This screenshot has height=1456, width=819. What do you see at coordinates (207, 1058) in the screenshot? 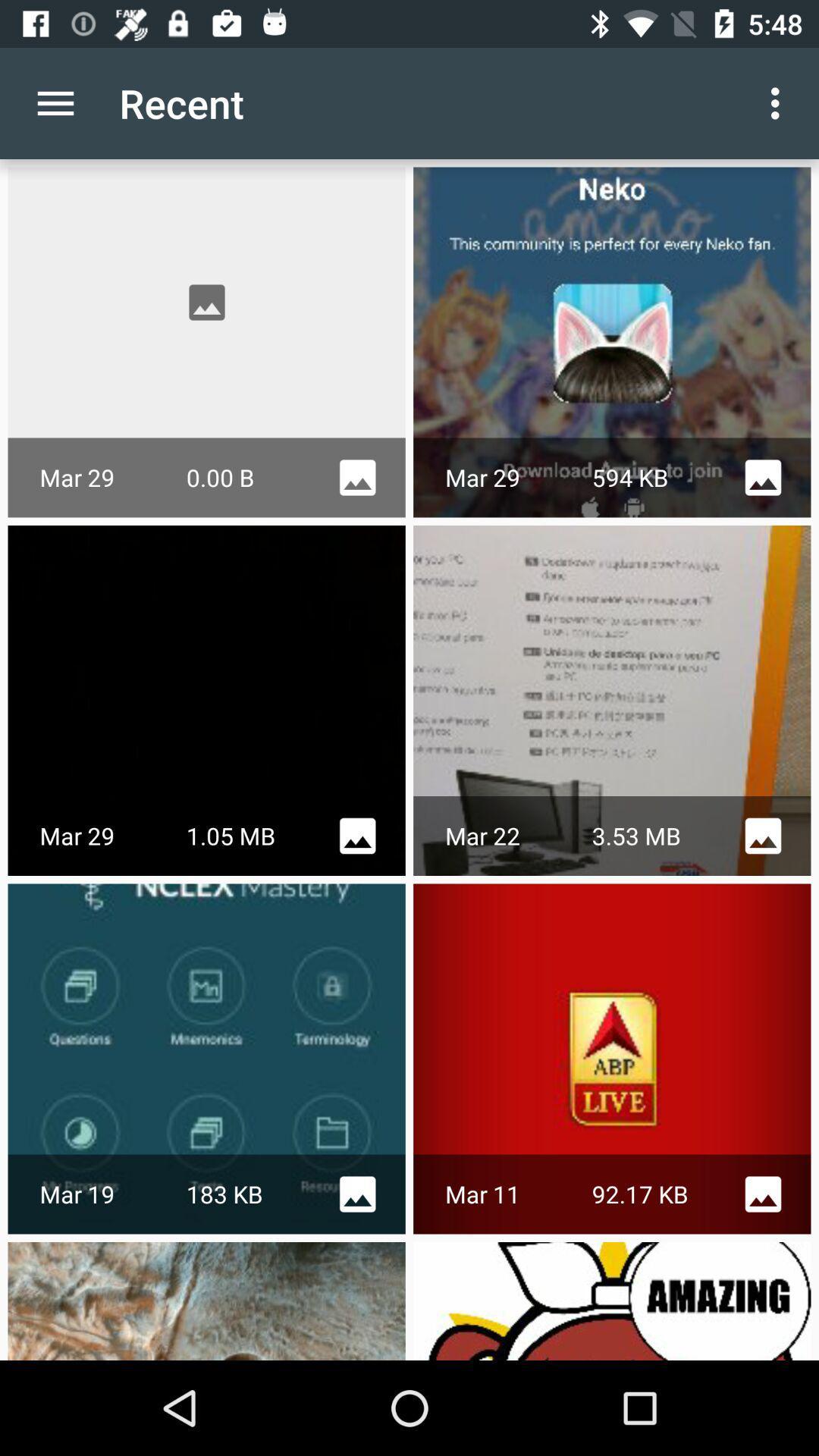
I see `fifth box from the top` at bounding box center [207, 1058].